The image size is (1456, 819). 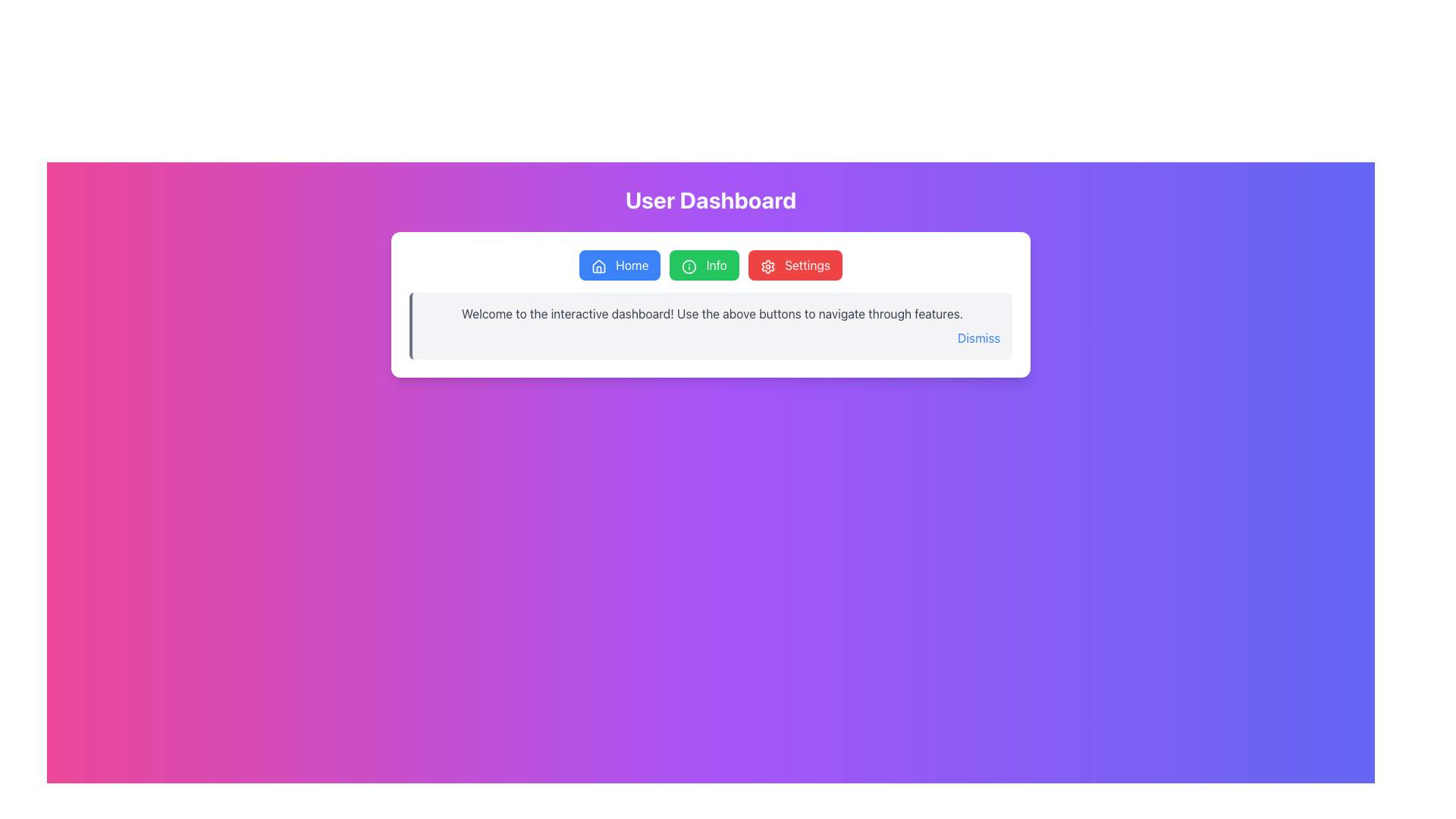 I want to click on the 'Home' icon located inside the blue button labeled 'Home' on the top bar, positioned to the left of the 'Info' and 'Settings' buttons, so click(x=598, y=265).